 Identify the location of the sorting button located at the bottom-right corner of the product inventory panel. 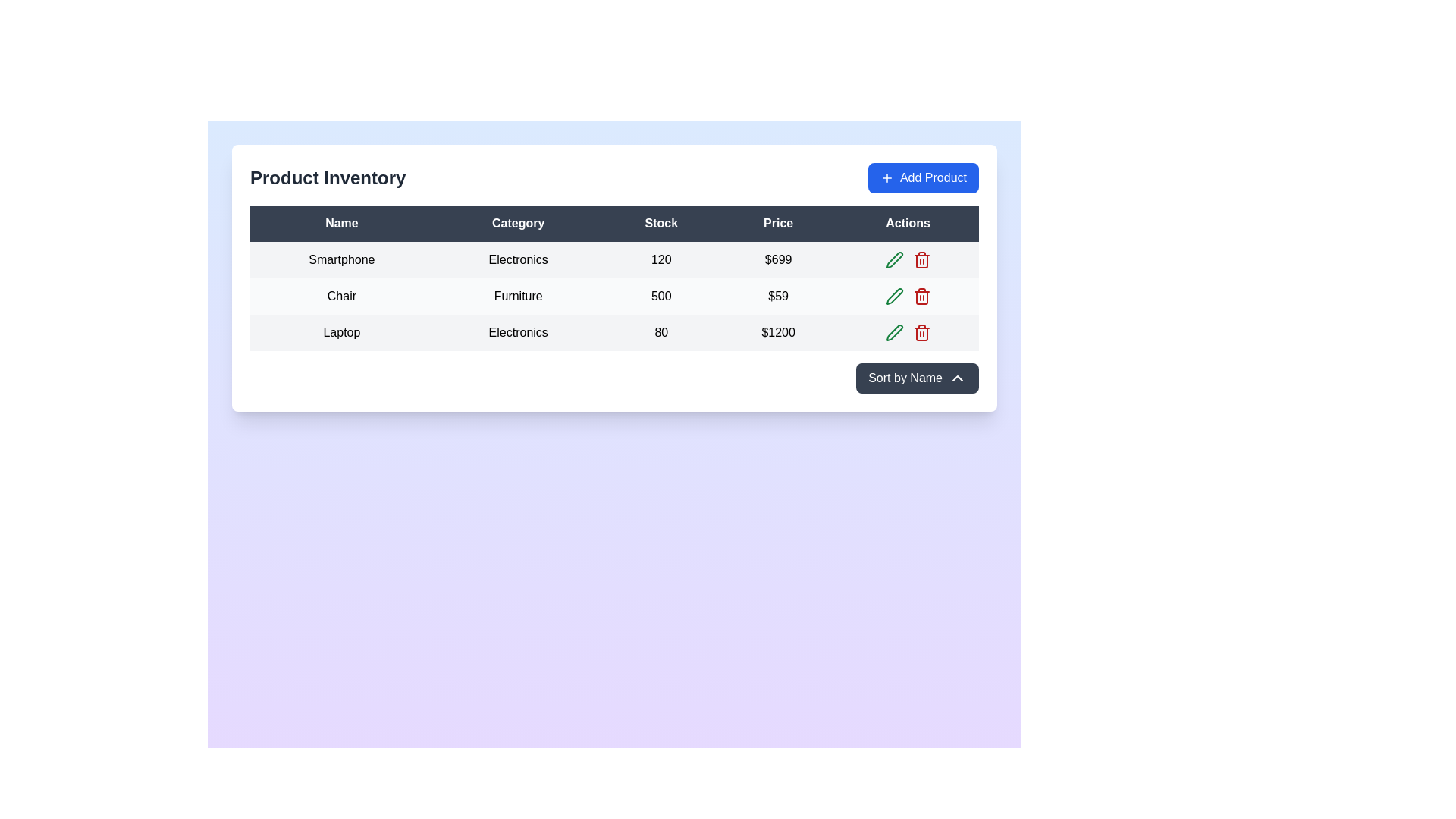
(917, 377).